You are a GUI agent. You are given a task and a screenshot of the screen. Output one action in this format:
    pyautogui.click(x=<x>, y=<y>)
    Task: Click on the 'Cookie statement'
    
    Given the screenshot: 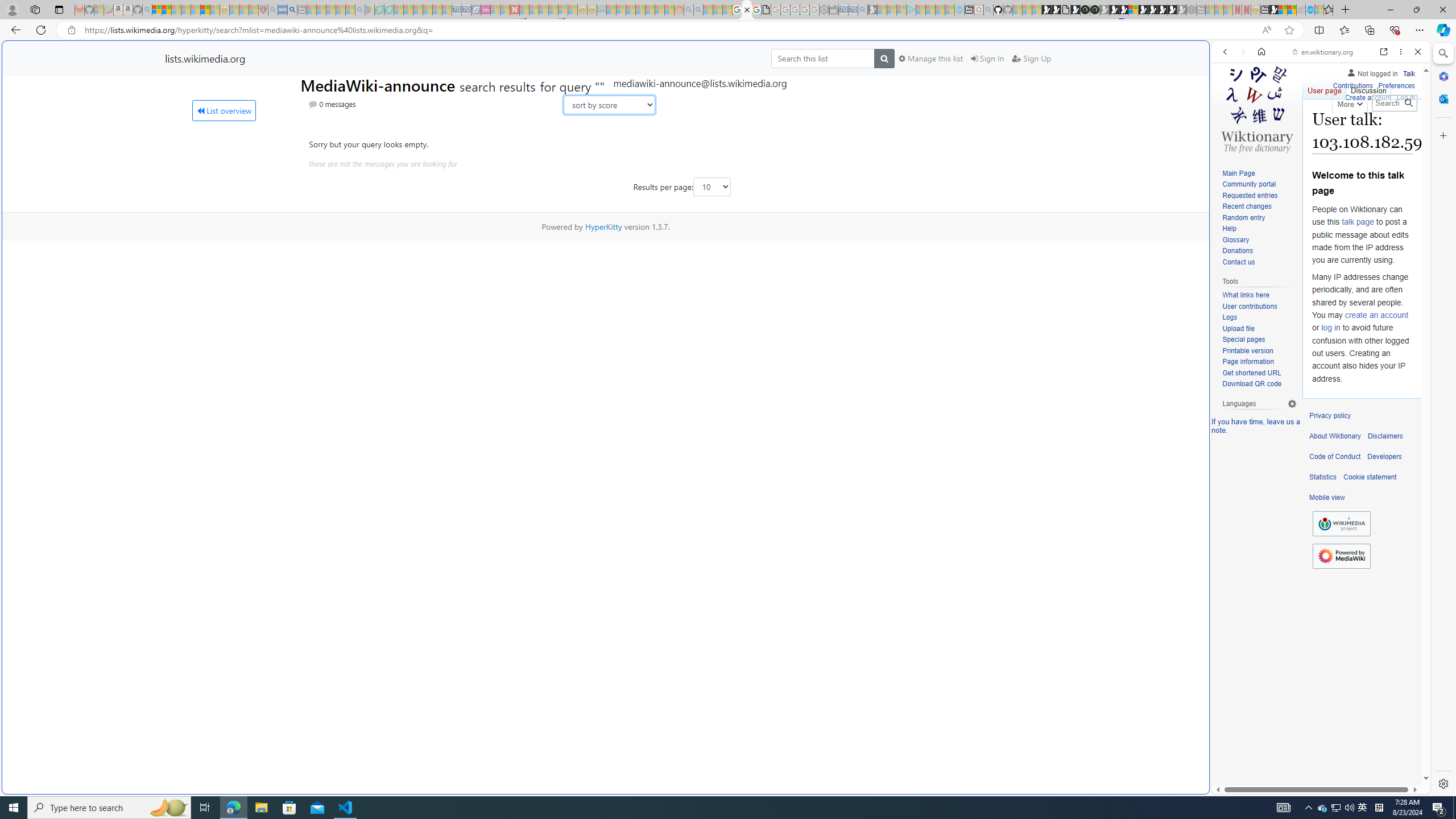 What is the action you would take?
    pyautogui.click(x=1370, y=477)
    